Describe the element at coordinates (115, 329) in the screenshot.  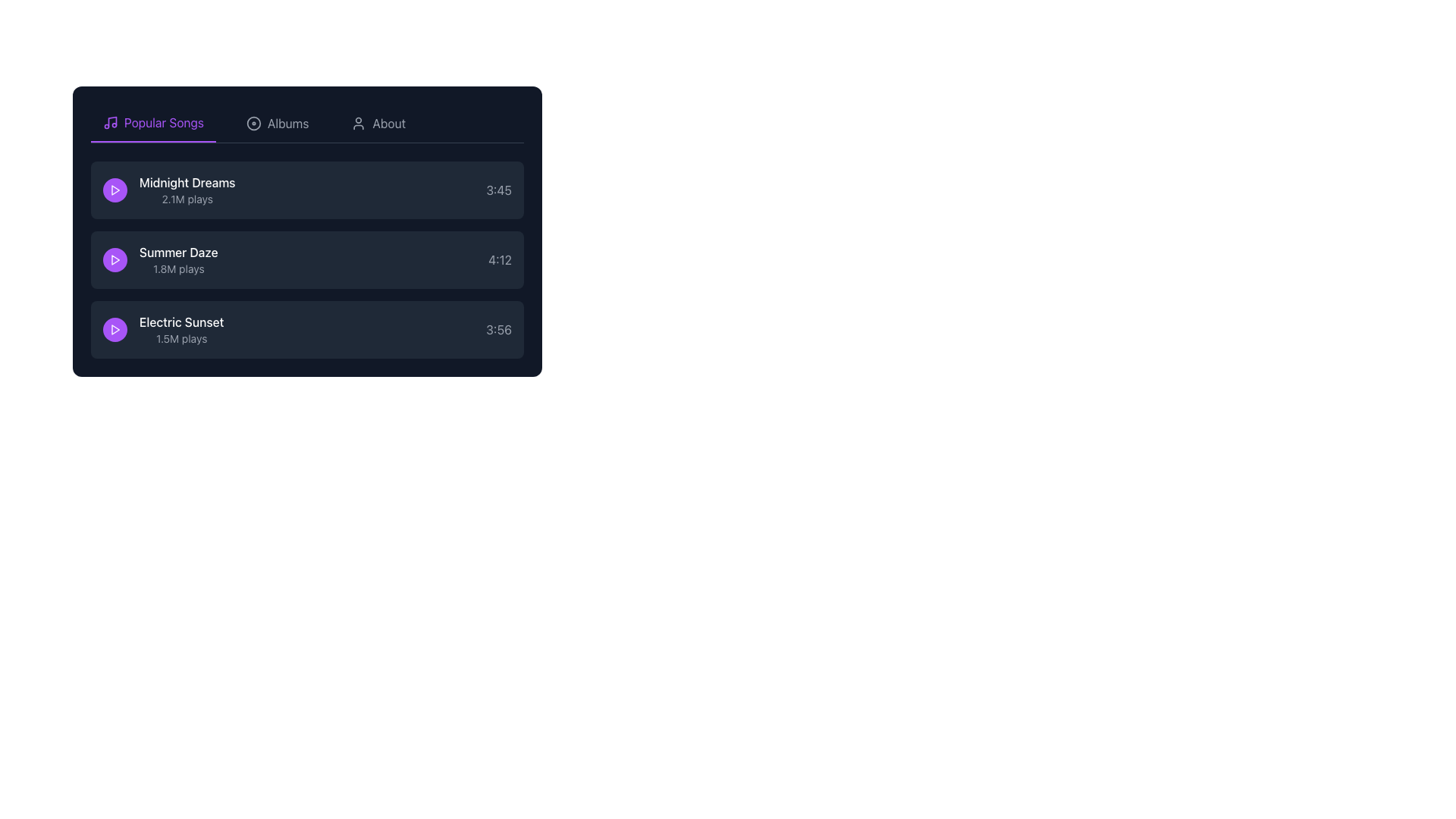
I see `the play icon represented by a rightward-pointing triangle in the 'Popular Songs' section` at that location.